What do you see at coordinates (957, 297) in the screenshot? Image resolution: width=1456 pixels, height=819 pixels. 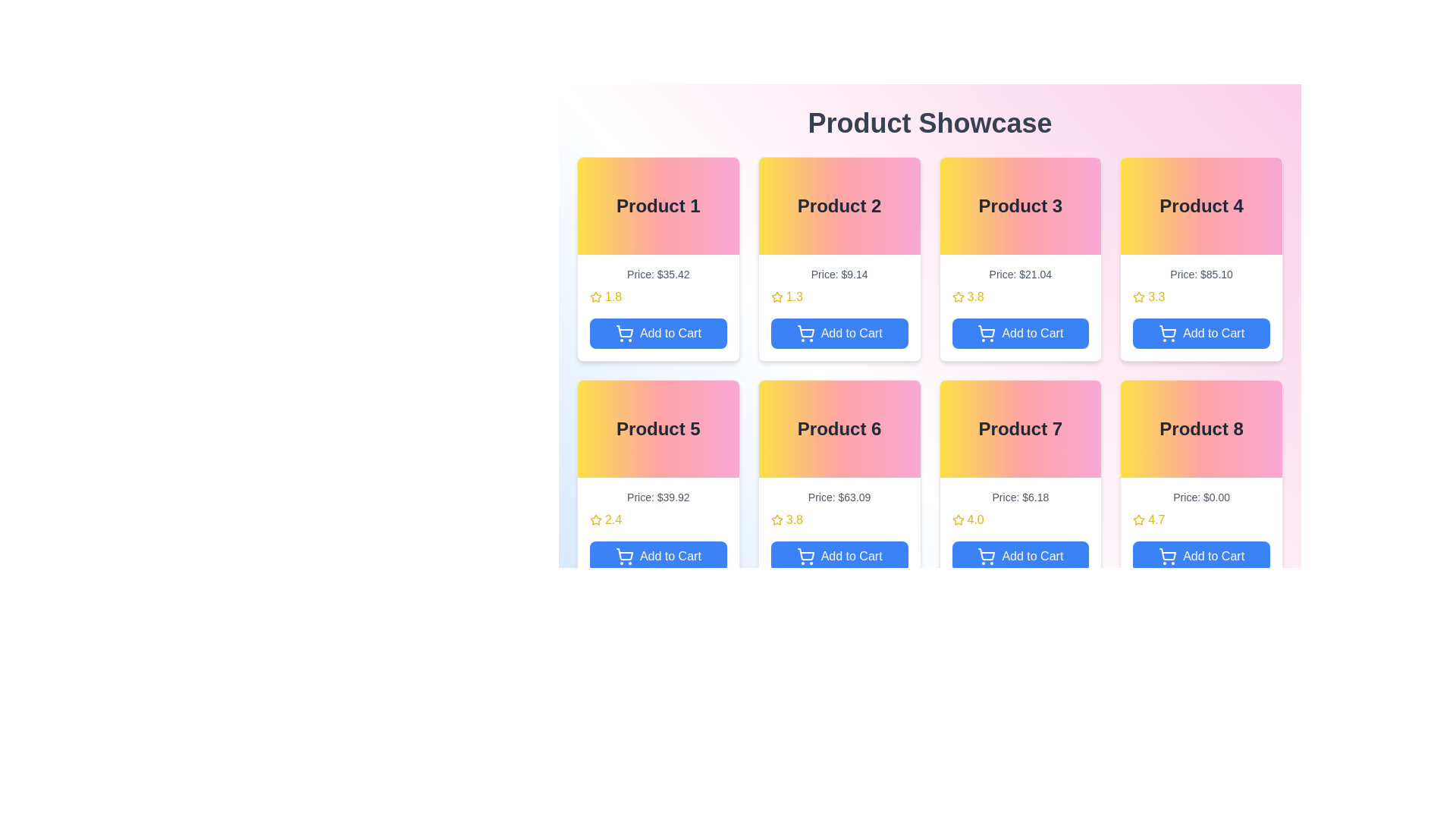 I see `the star-shaped yellow icon representing the rating for 'Product 3', which is located to the left of the rating value '3.8'` at bounding box center [957, 297].